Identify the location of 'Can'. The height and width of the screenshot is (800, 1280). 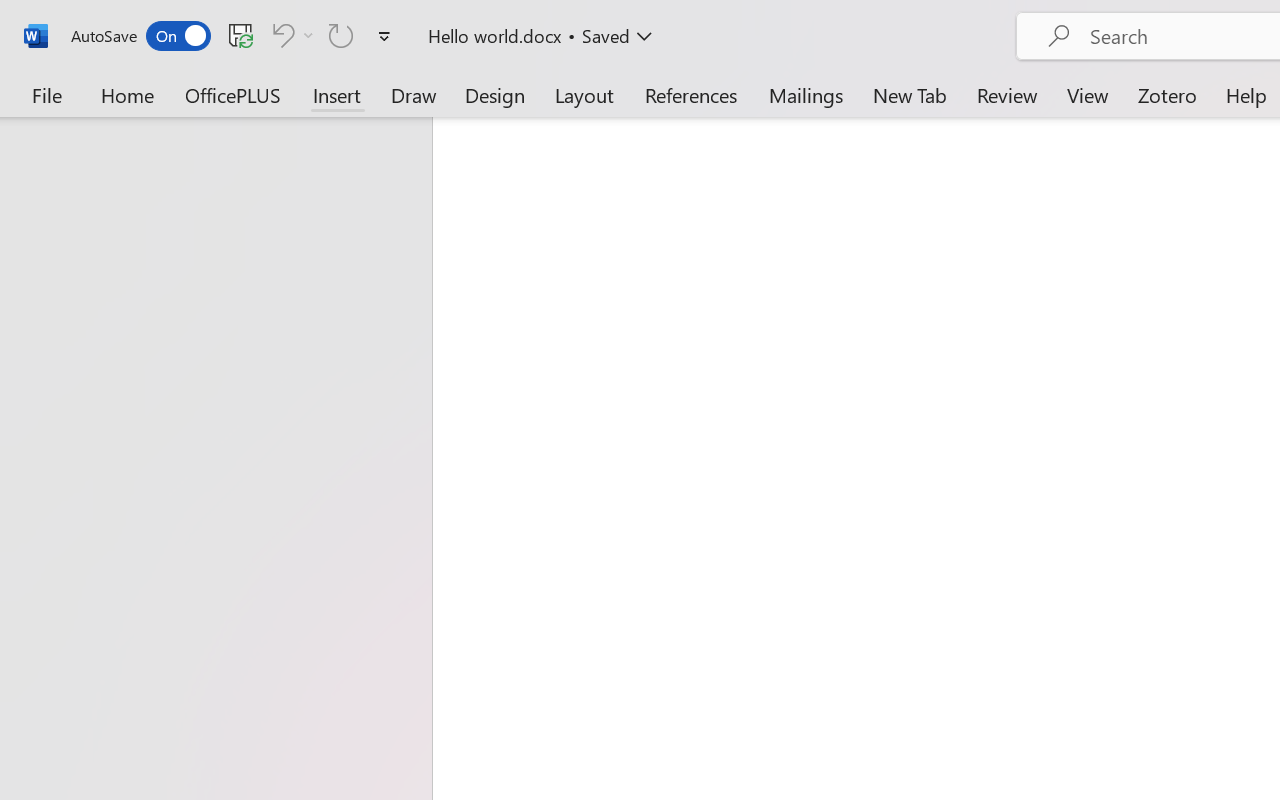
(341, 34).